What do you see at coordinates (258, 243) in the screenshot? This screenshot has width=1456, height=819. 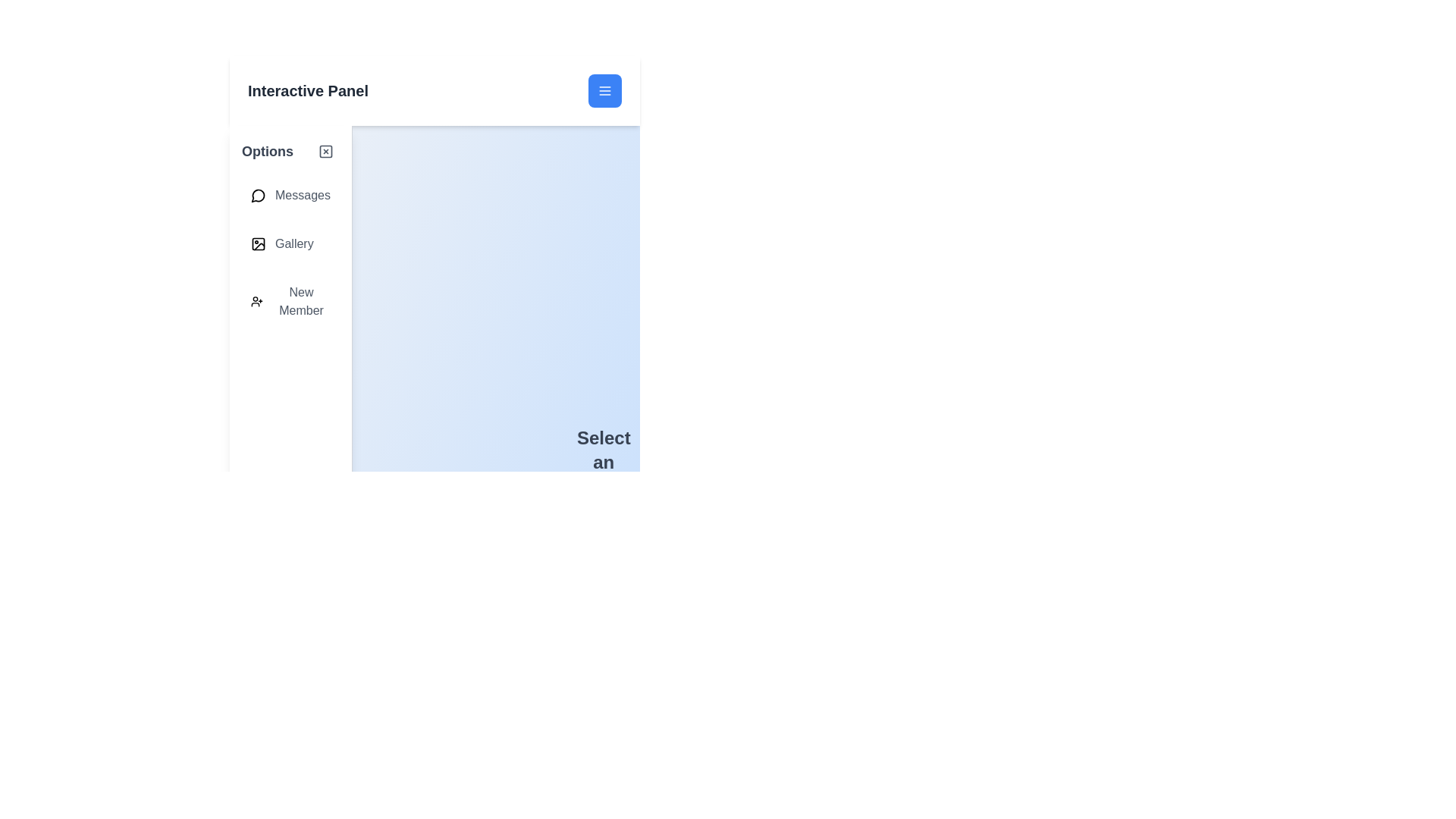 I see `the small rectangle with rounded corners that serves as a background or border for an icon, located centrally within the icon under the 'Gallery' menu option` at bounding box center [258, 243].